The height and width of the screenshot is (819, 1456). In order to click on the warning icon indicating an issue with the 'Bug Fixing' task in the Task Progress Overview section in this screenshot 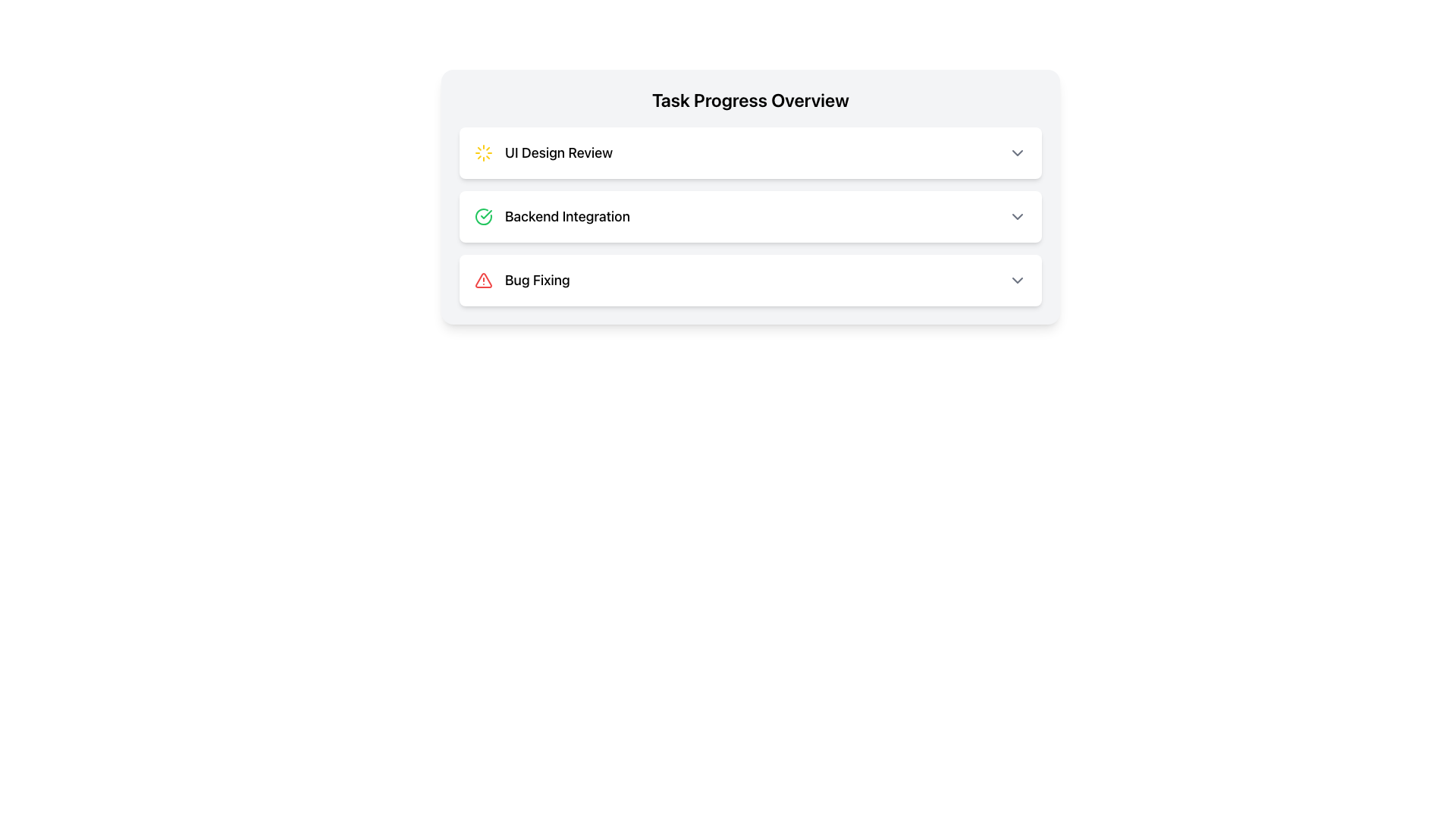, I will do `click(483, 281)`.